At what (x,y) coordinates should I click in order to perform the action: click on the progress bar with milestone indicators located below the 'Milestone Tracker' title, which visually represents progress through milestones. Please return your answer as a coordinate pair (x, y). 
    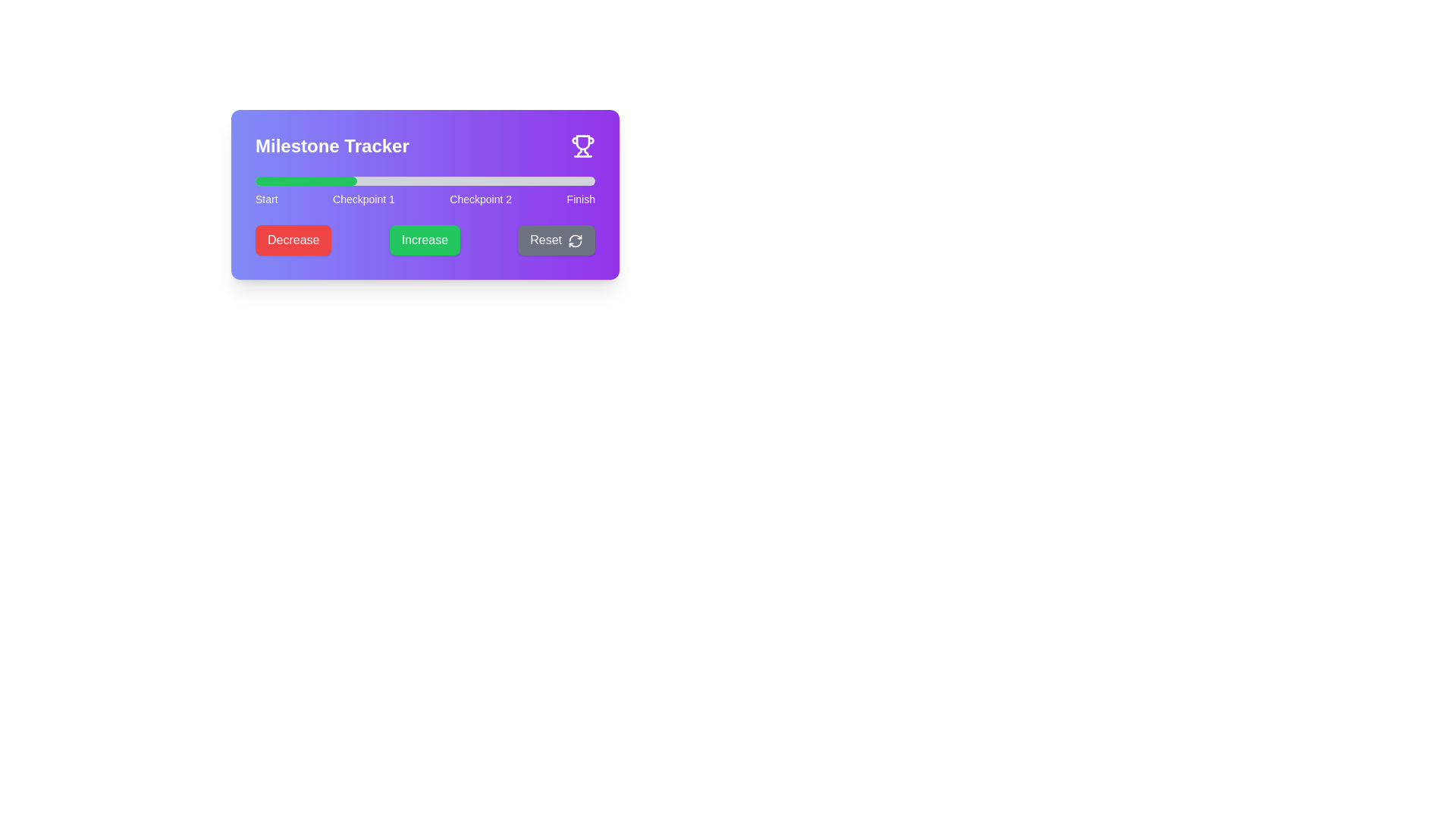
    Looking at the image, I should click on (425, 191).